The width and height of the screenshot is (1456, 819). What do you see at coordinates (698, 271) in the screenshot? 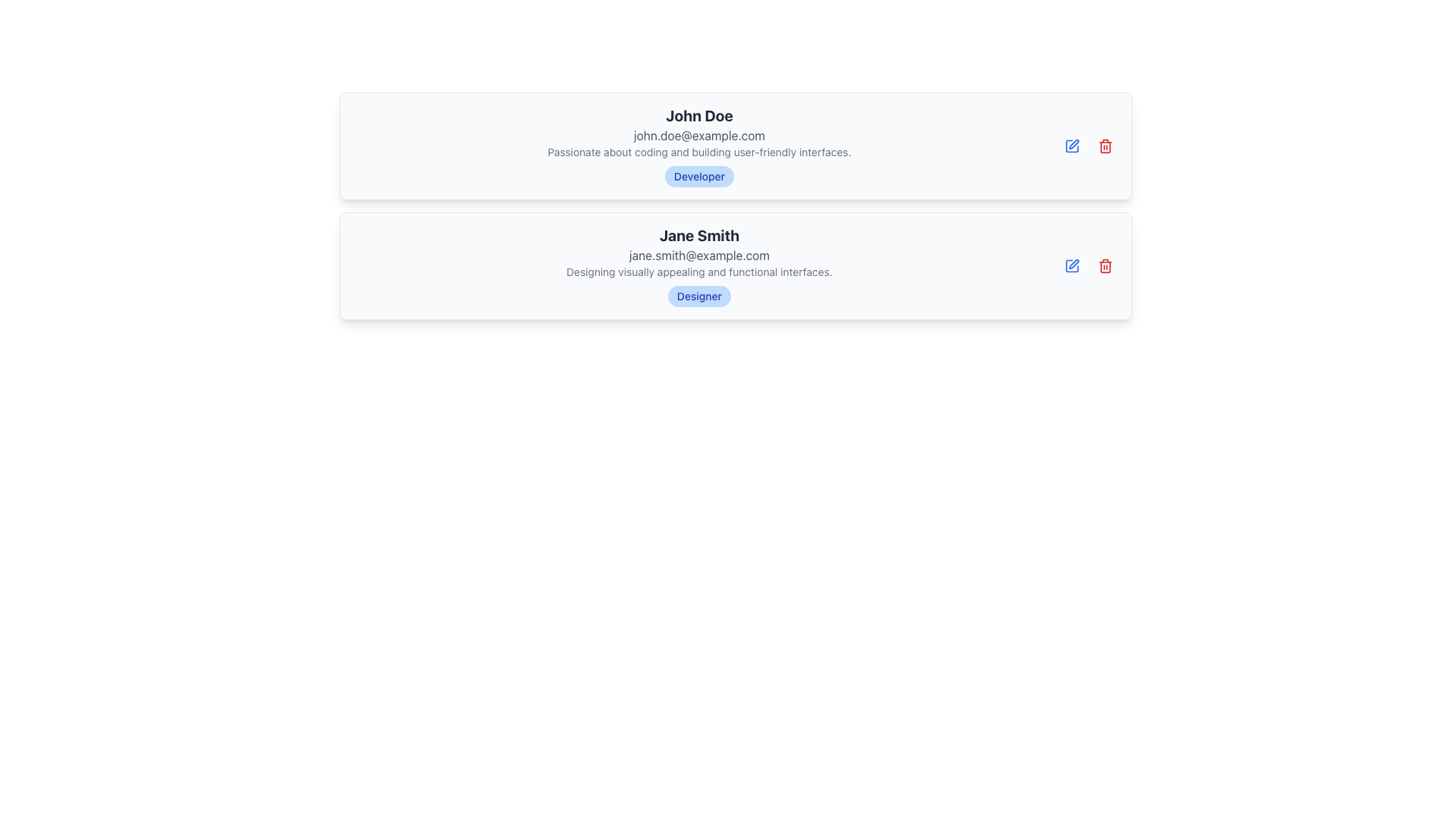
I see `the Text Display element in Jane Smith's profile card, which describes her skills and is positioned below her name and email, above the 'Designer' badge` at bounding box center [698, 271].